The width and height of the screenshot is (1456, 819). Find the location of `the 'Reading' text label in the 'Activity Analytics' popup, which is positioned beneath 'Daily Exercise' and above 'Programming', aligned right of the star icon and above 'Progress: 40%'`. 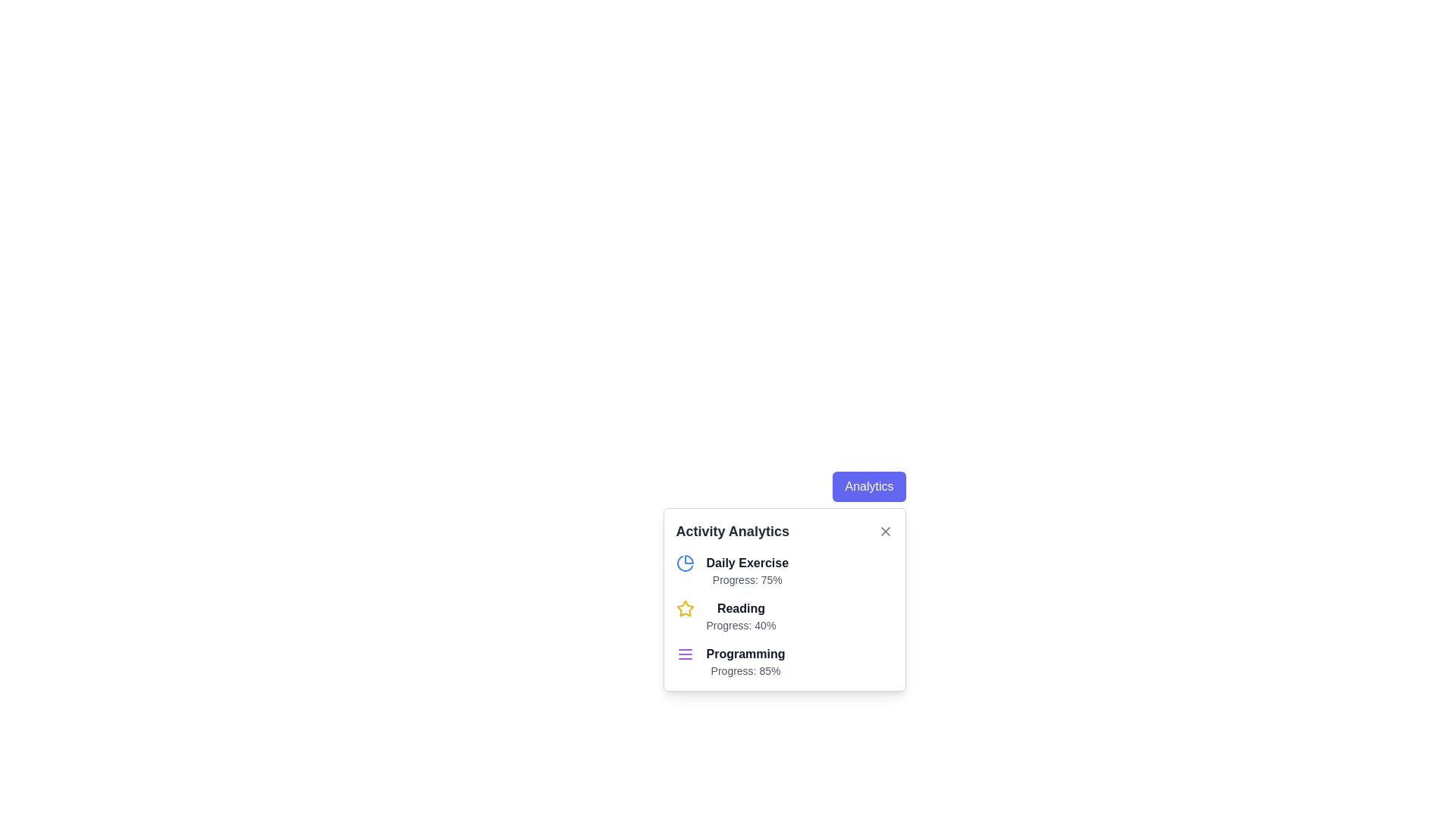

the 'Reading' text label in the 'Activity Analytics' popup, which is positioned beneath 'Daily Exercise' and above 'Programming', aligned right of the star icon and above 'Progress: 40%' is located at coordinates (741, 607).